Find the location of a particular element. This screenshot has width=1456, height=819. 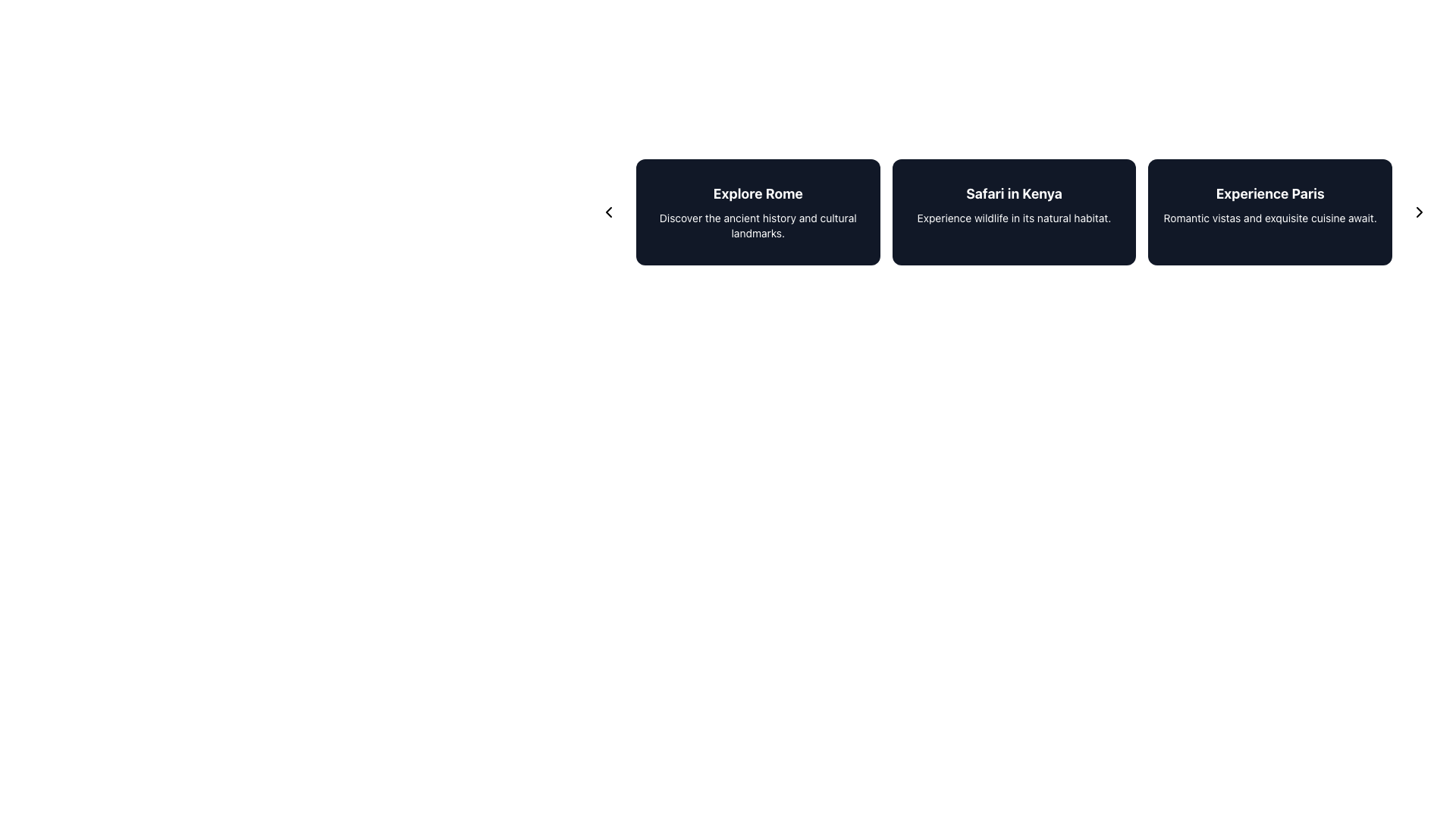

the text snippet stating 'Romantic vistas and exquisite cuisine await.' located beneath the heading 'Experience Paris' in the rightmost card is located at coordinates (1270, 218).